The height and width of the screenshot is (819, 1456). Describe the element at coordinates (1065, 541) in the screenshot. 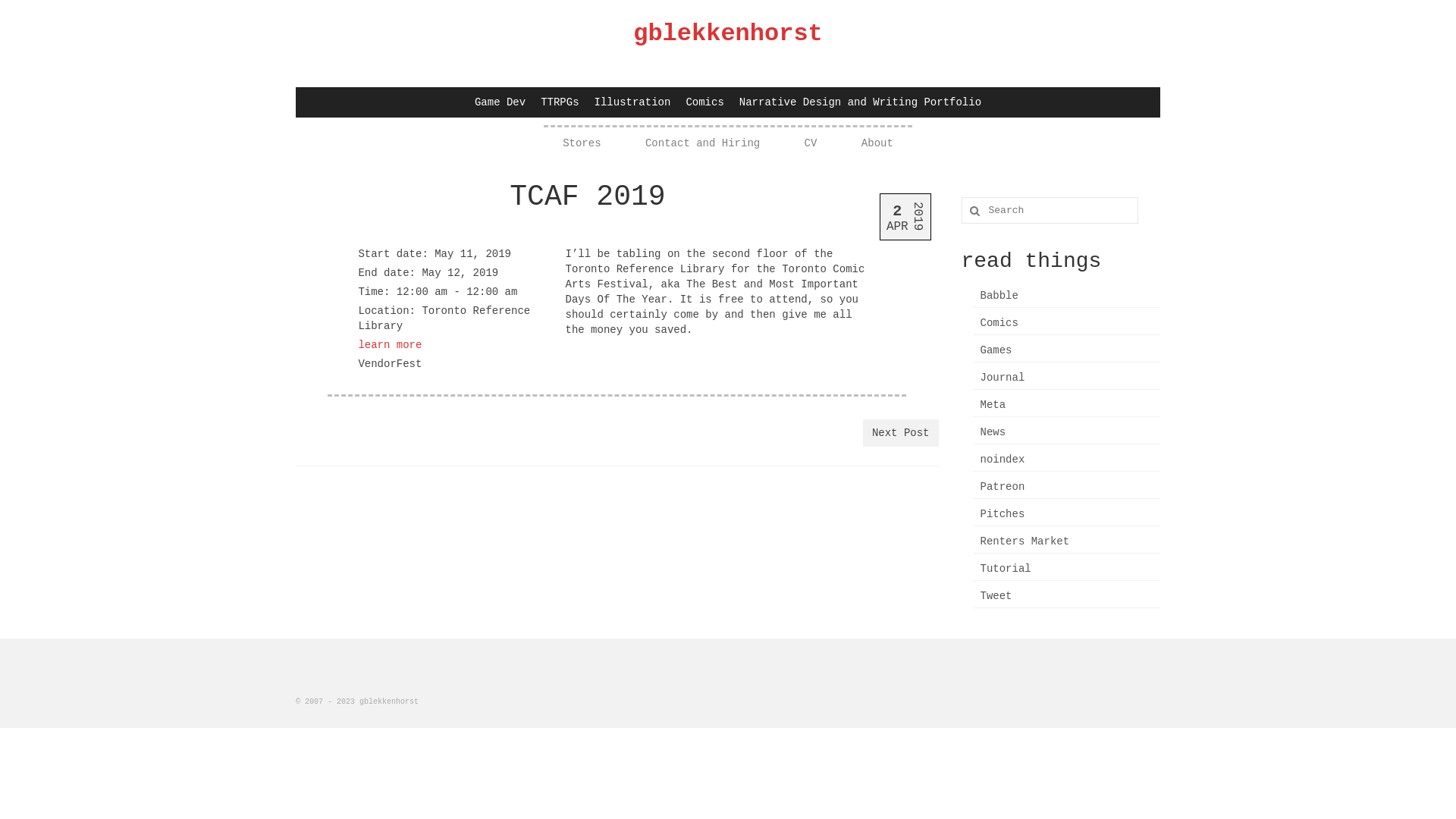

I see `'Renters Market'` at that location.